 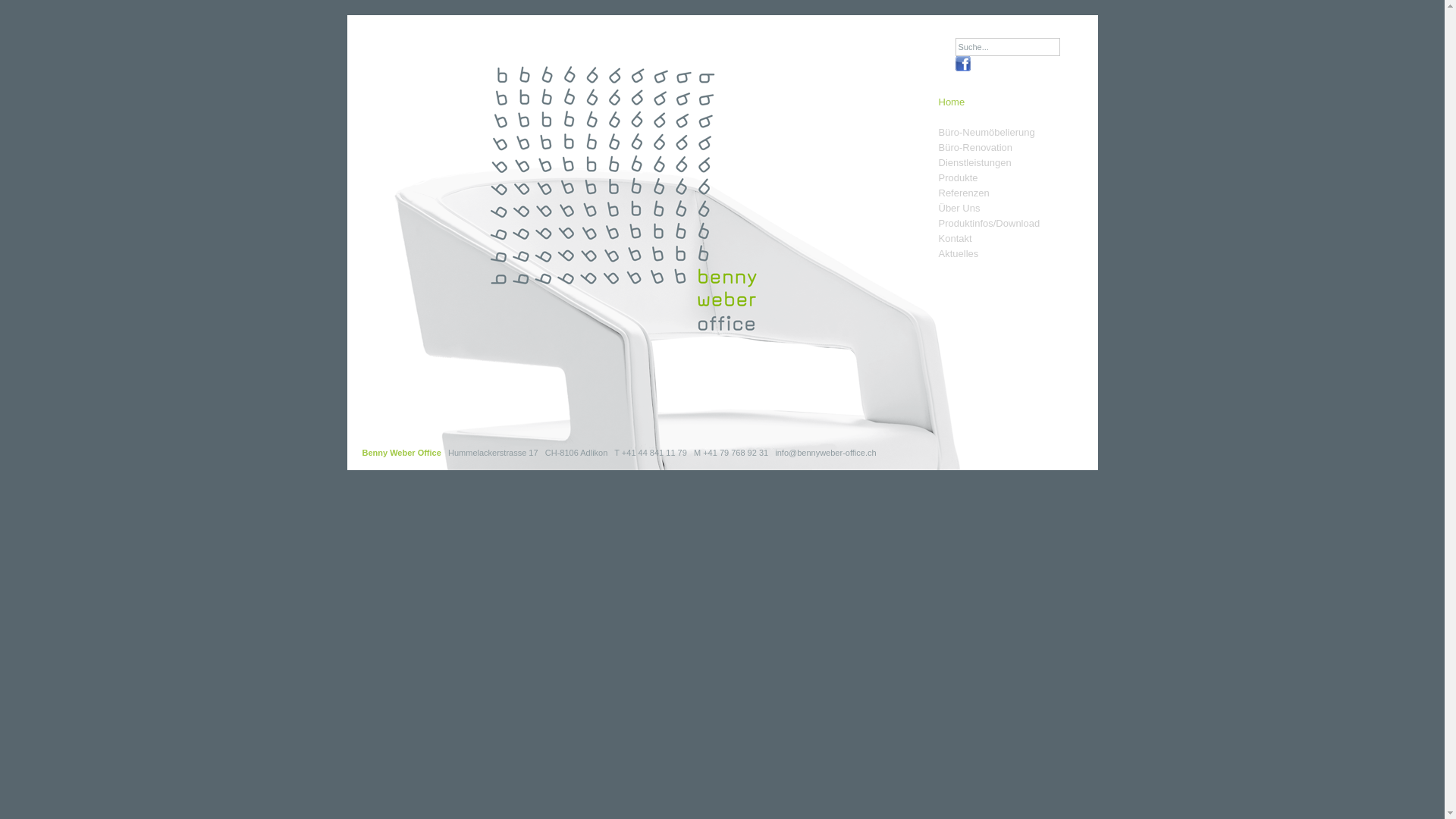 I want to click on 'Aktuelles', so click(x=958, y=253).